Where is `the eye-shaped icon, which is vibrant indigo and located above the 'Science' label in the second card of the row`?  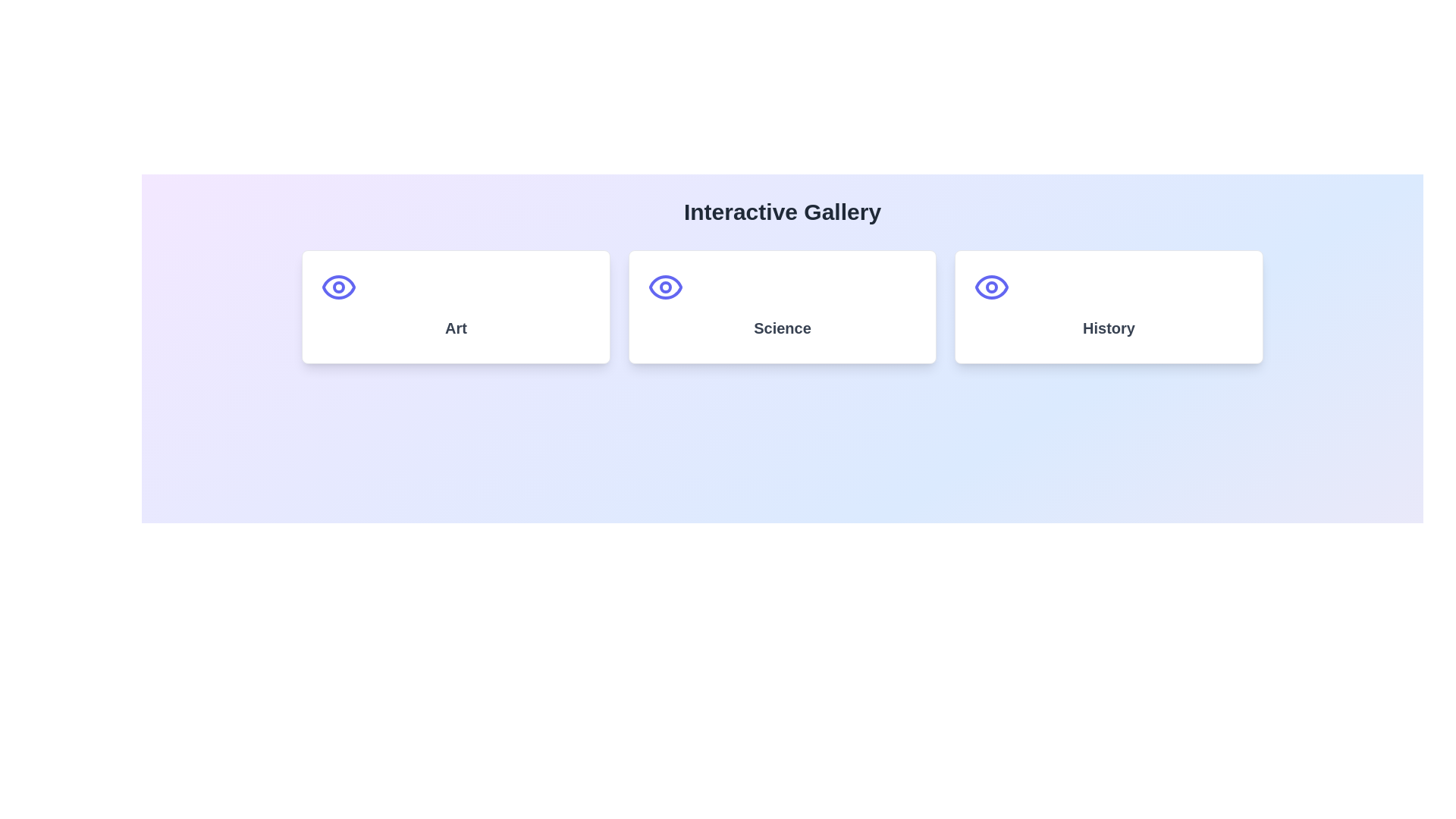 the eye-shaped icon, which is vibrant indigo and located above the 'Science' label in the second card of the row is located at coordinates (665, 287).